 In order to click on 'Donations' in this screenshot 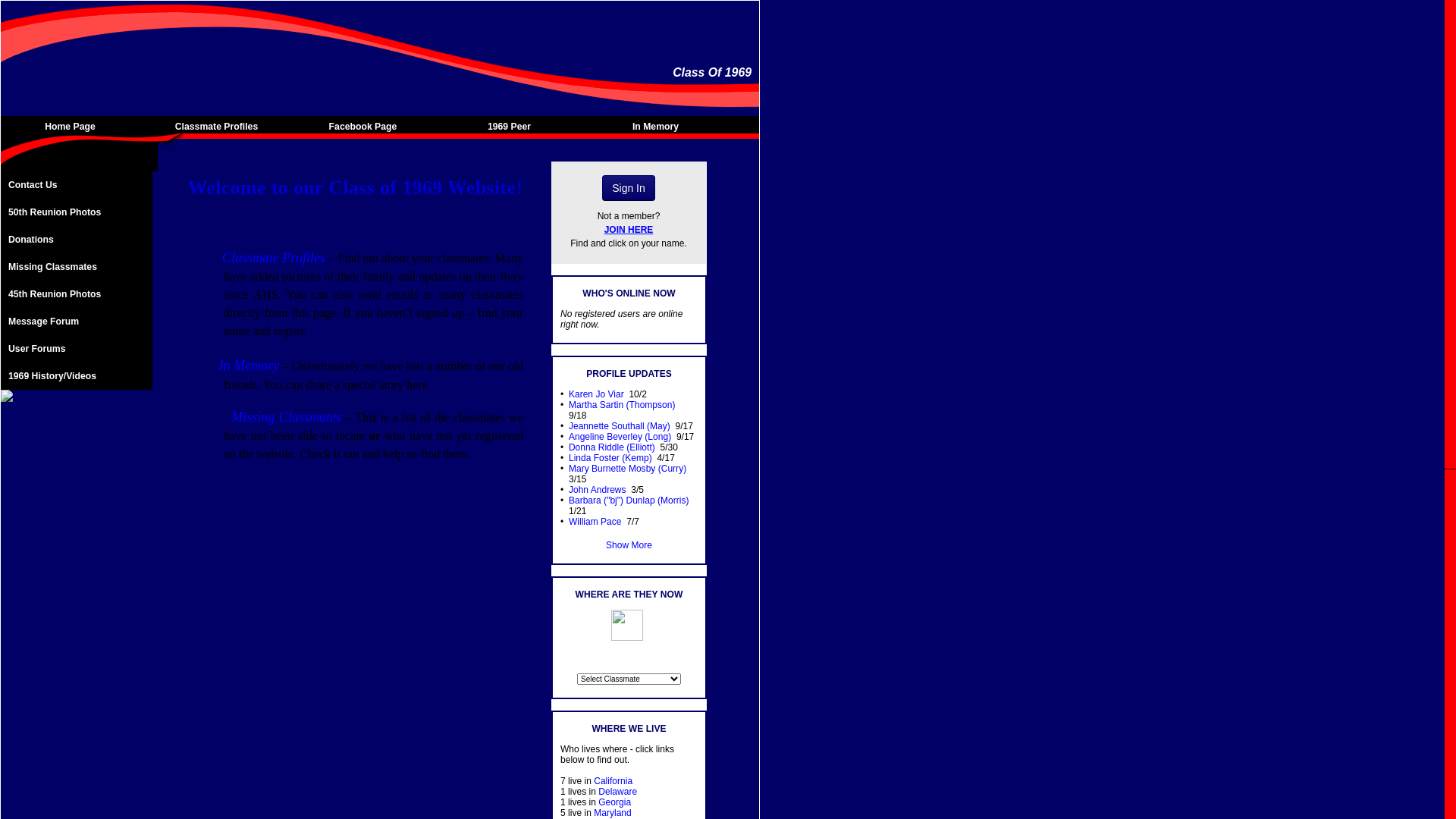, I will do `click(75, 239)`.